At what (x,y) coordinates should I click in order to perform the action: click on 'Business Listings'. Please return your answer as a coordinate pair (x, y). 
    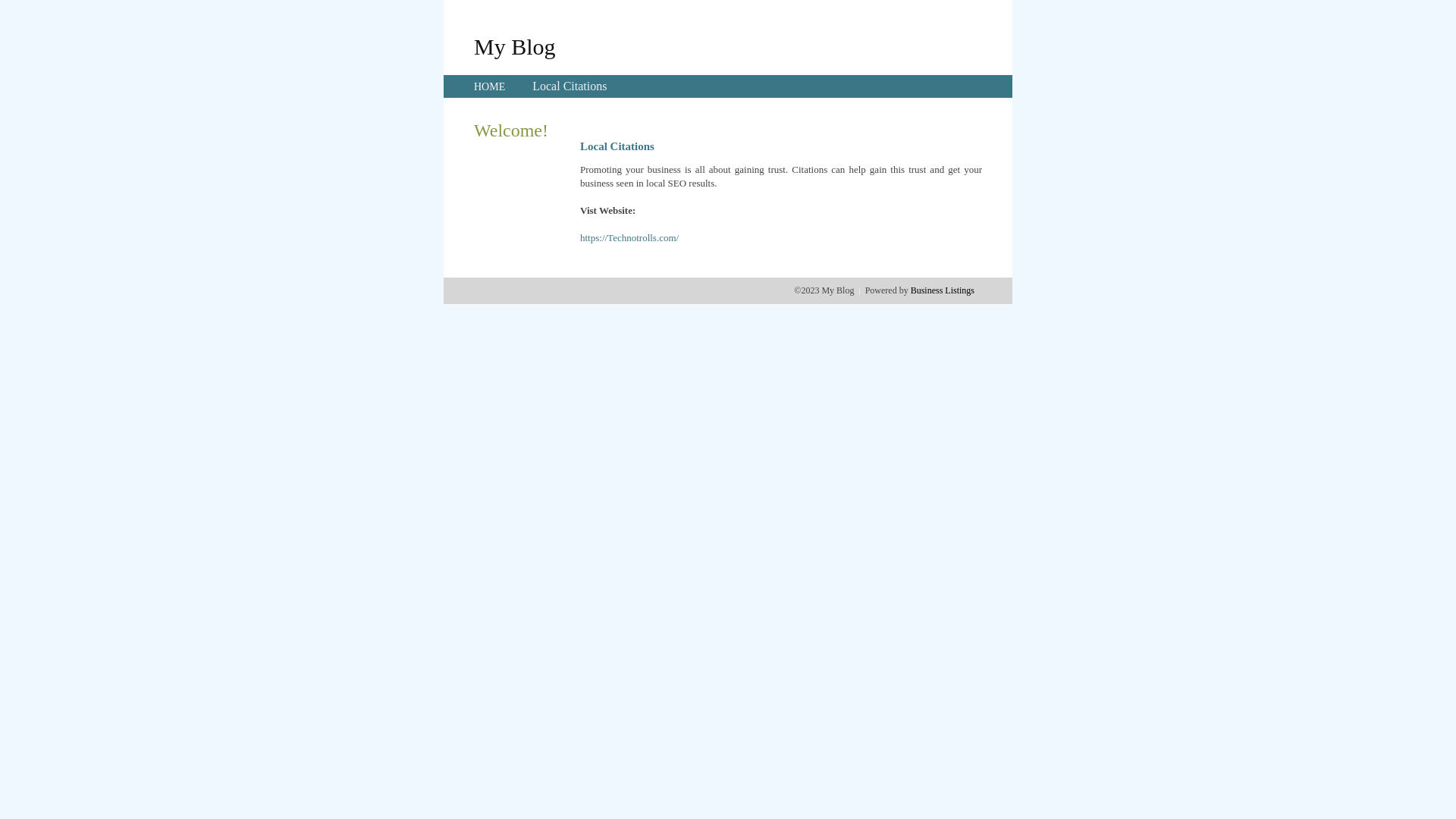
    Looking at the image, I should click on (910, 290).